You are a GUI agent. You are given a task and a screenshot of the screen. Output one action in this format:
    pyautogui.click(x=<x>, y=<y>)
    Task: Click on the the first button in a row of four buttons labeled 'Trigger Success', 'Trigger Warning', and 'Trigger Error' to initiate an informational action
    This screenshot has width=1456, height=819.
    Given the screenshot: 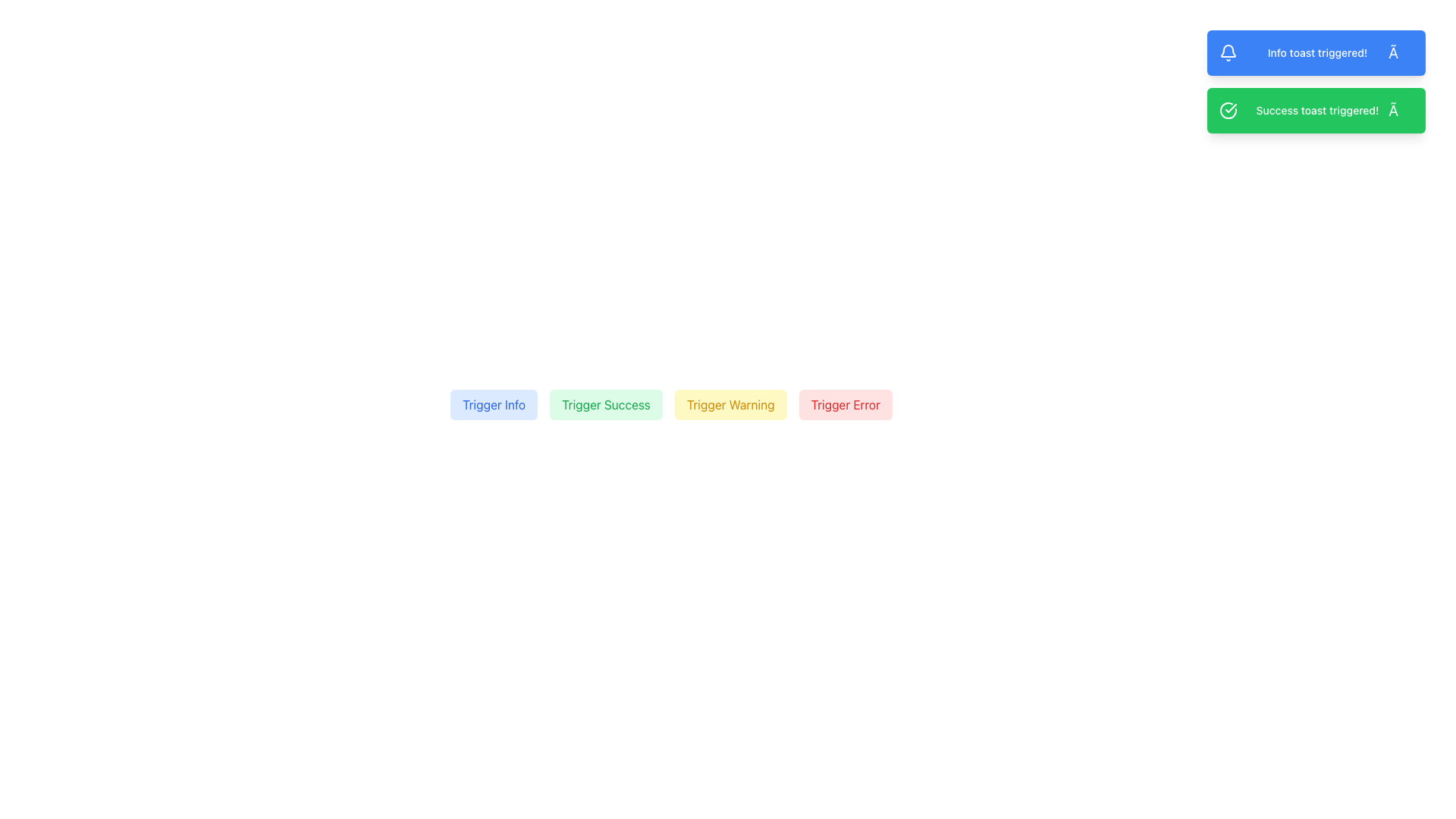 What is the action you would take?
    pyautogui.click(x=494, y=403)
    